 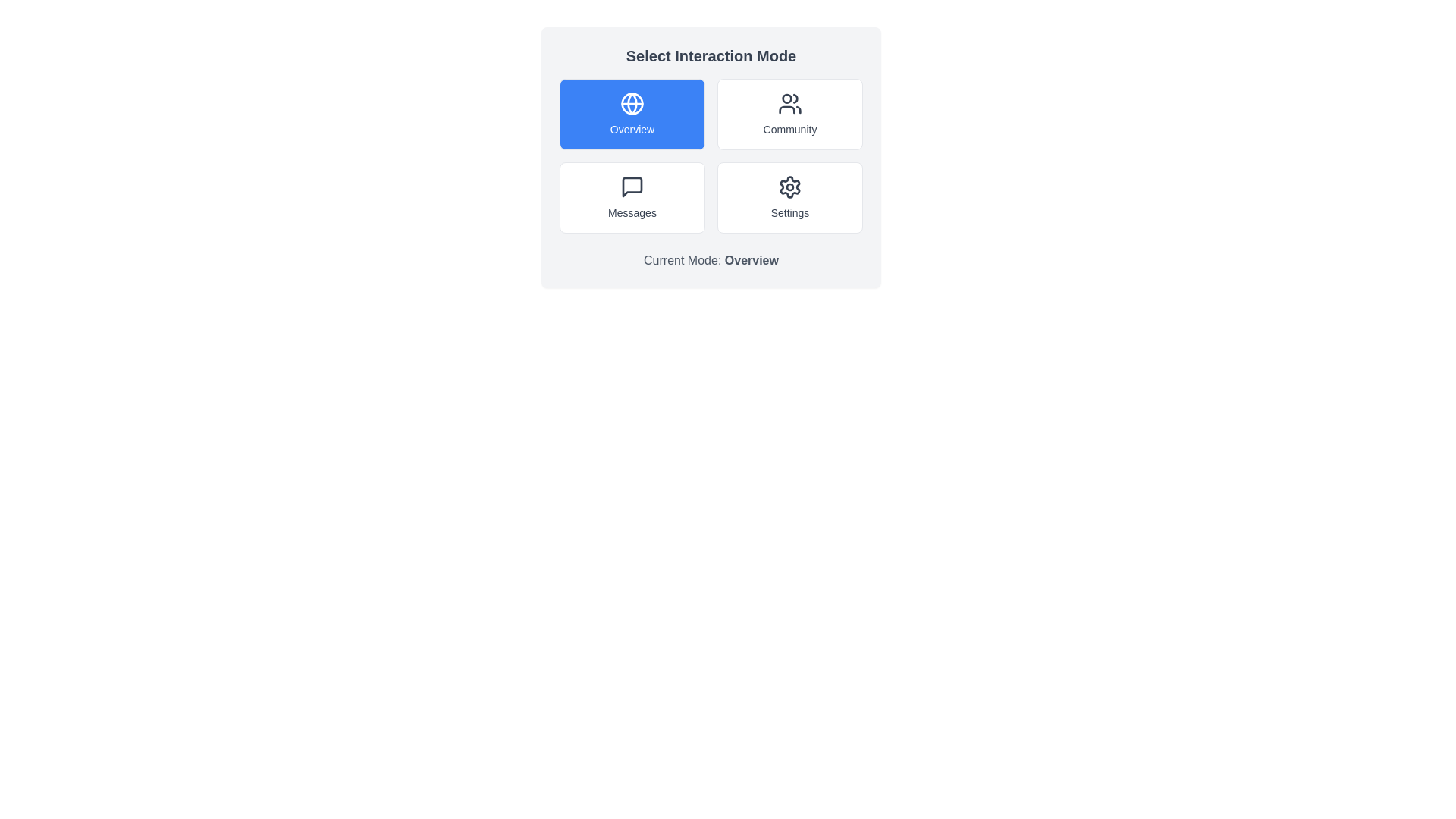 I want to click on the Messages button to observe the hover effect, so click(x=632, y=197).